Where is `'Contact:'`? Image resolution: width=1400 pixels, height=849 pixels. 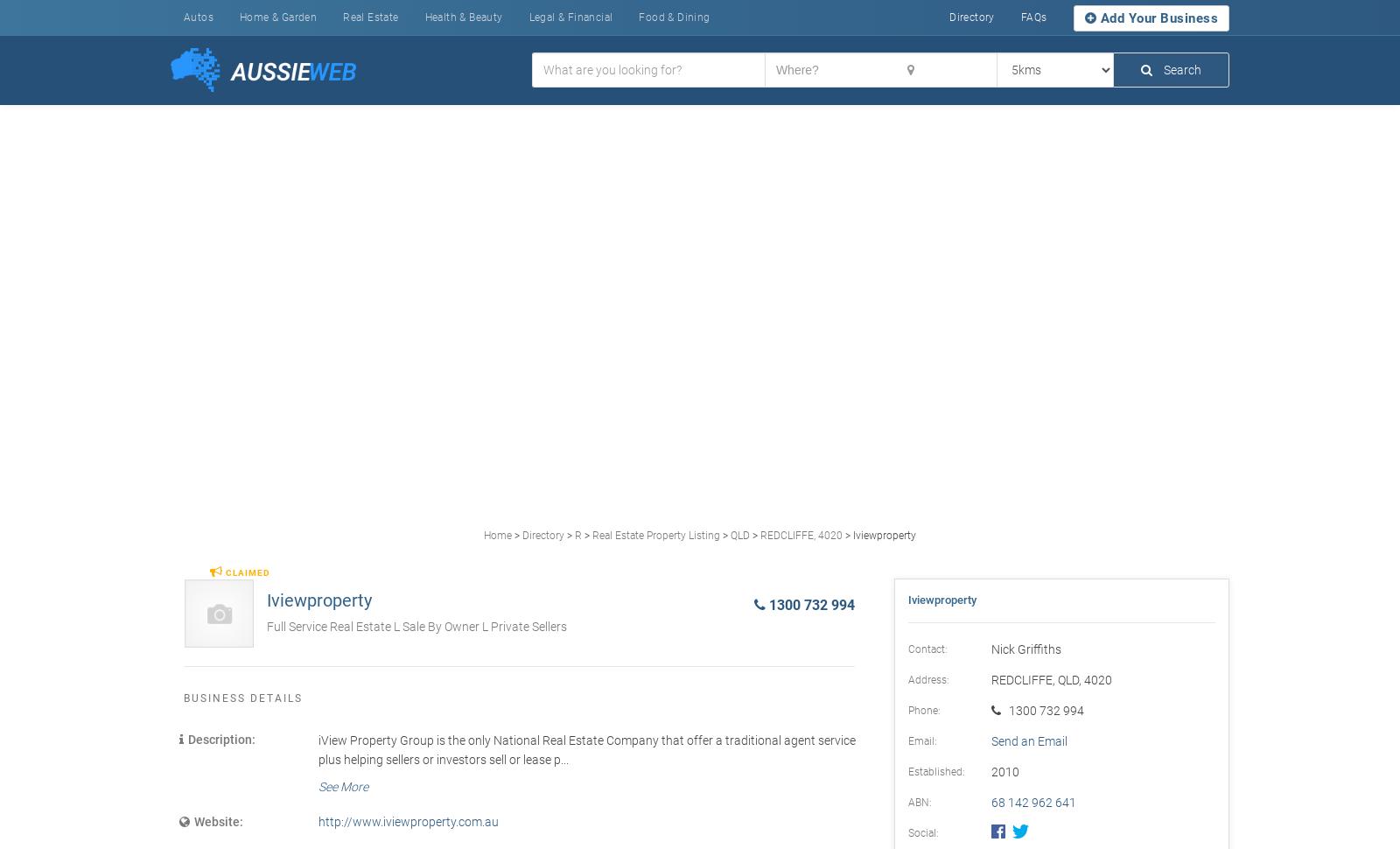 'Contact:' is located at coordinates (927, 647).